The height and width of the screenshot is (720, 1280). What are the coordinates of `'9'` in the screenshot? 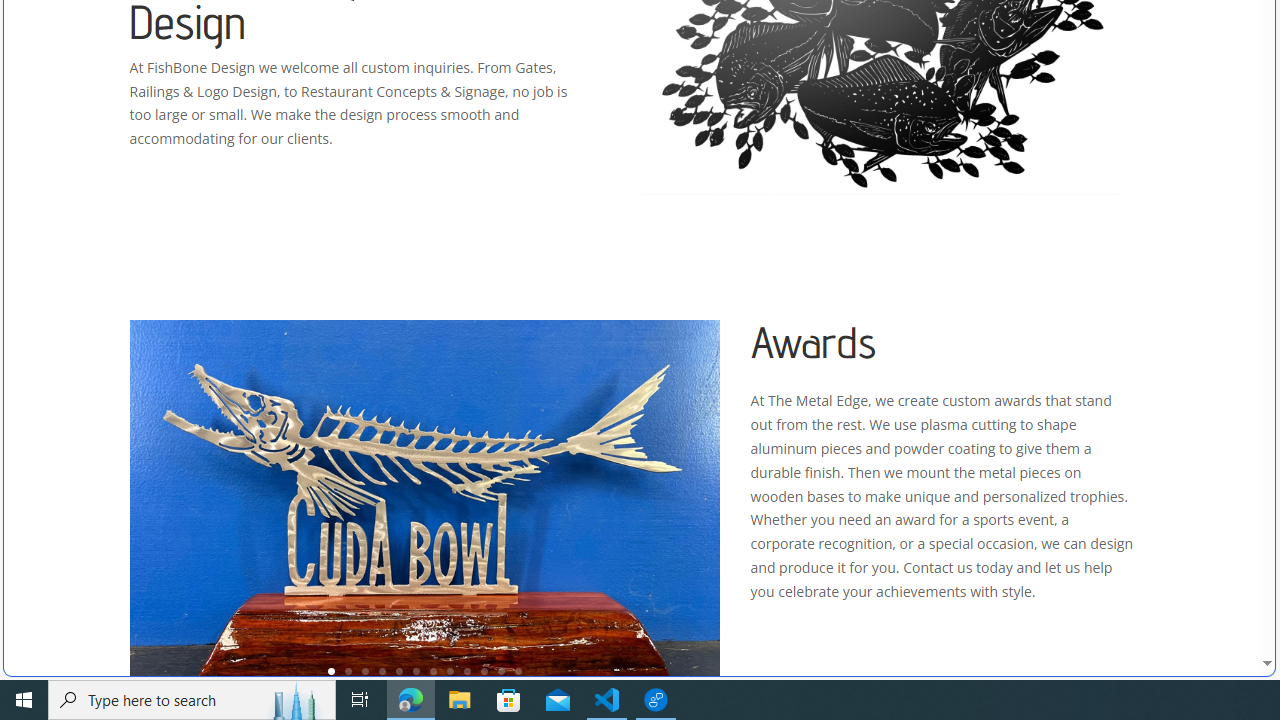 It's located at (466, 671).